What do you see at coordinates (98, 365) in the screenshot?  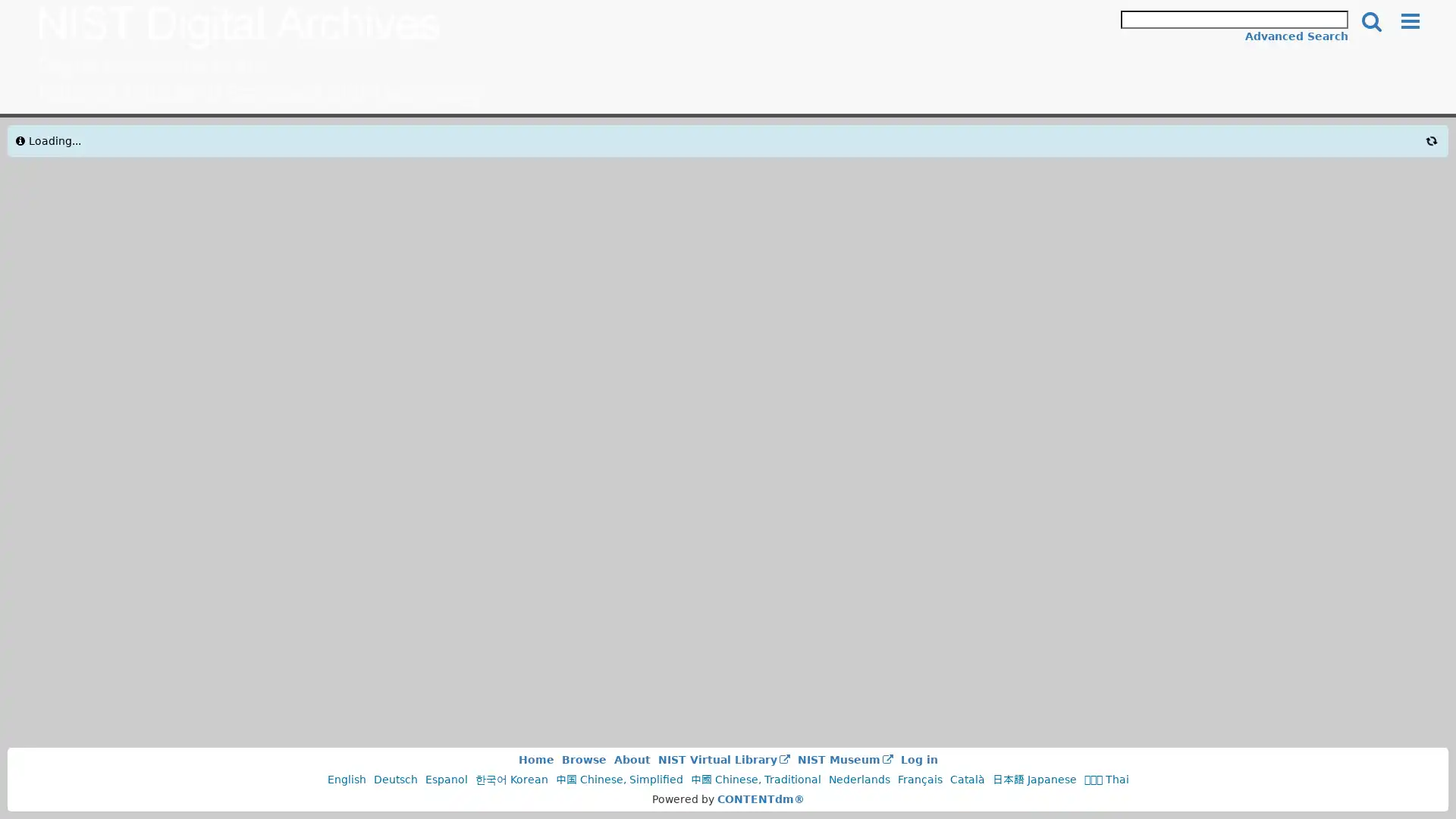 I see `Cancel` at bounding box center [98, 365].